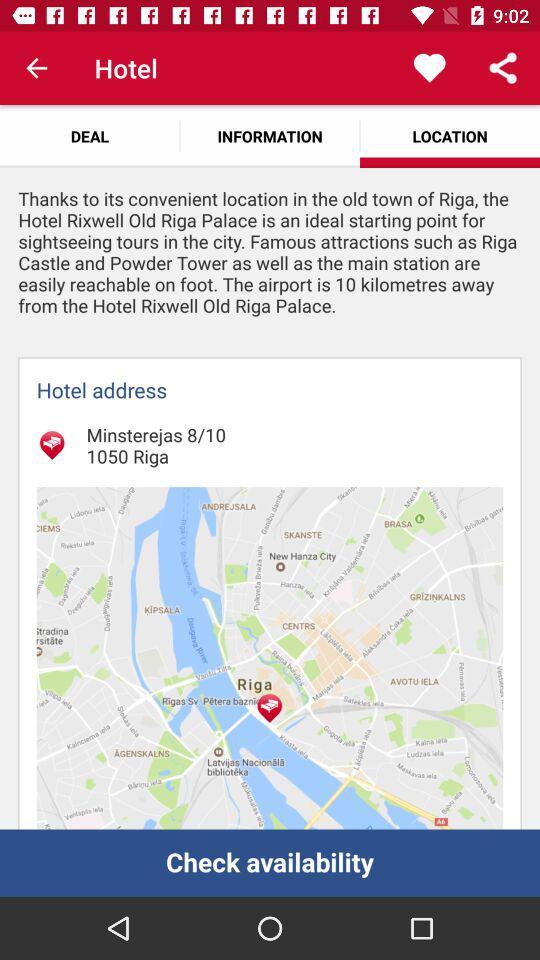  I want to click on deal icon, so click(89, 135).